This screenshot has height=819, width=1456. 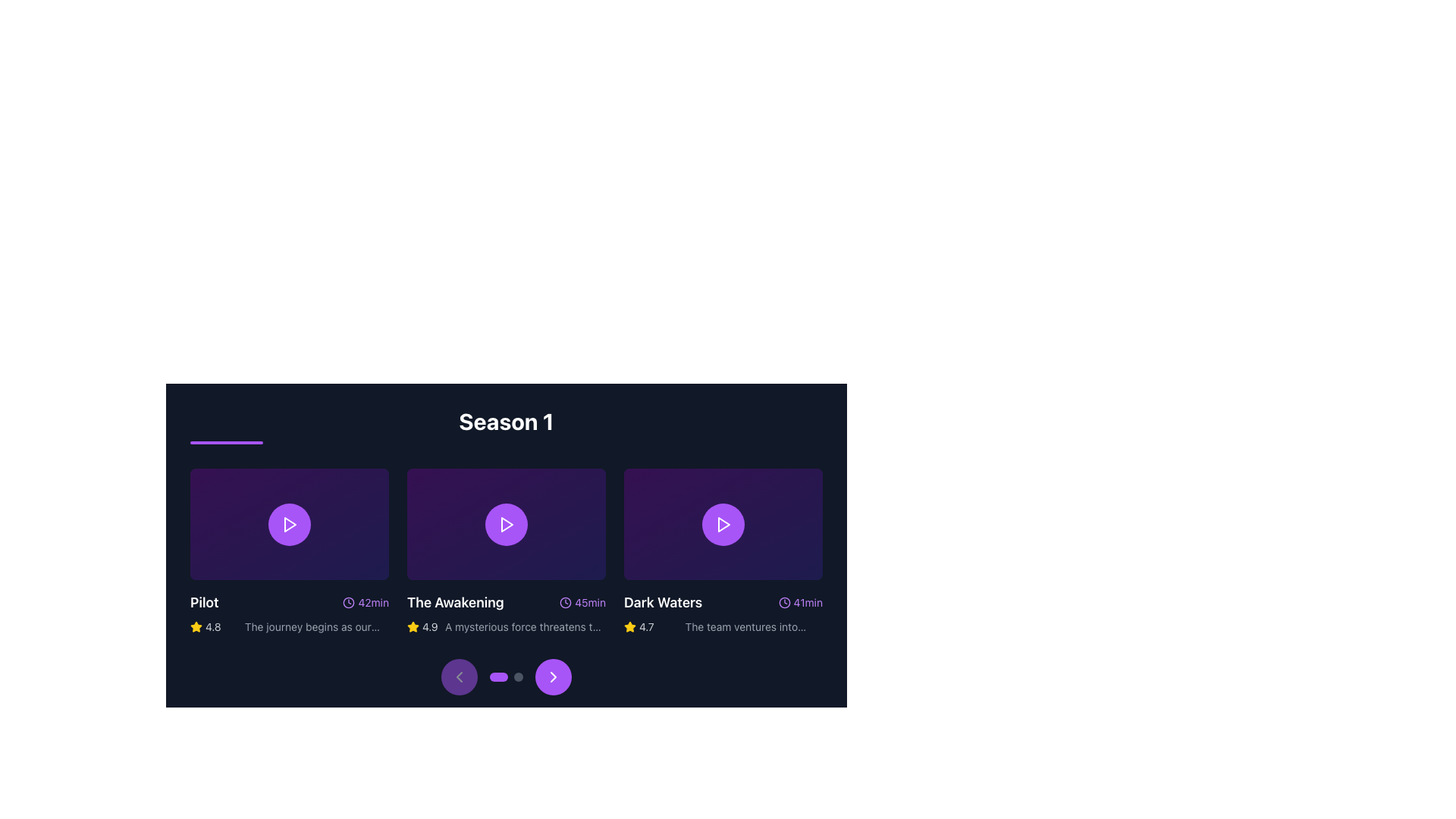 I want to click on the text label displaying '4.9', which is styled in gray and indicates a rating next to a yellow star icon, part of the information panel for 'The Awakening' item, so click(x=429, y=627).